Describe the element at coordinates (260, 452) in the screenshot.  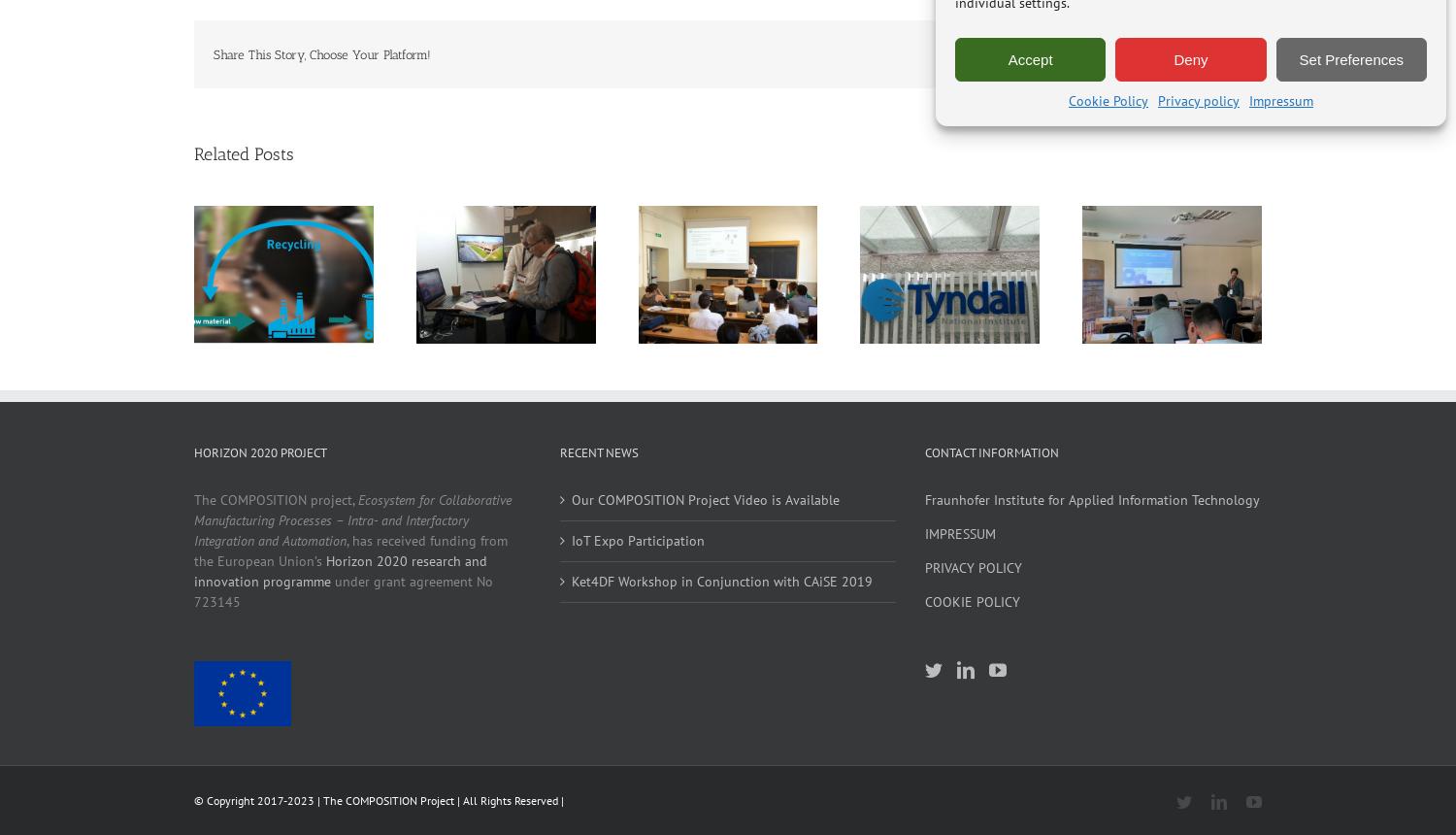
I see `'Horizon 2020 Project'` at that location.